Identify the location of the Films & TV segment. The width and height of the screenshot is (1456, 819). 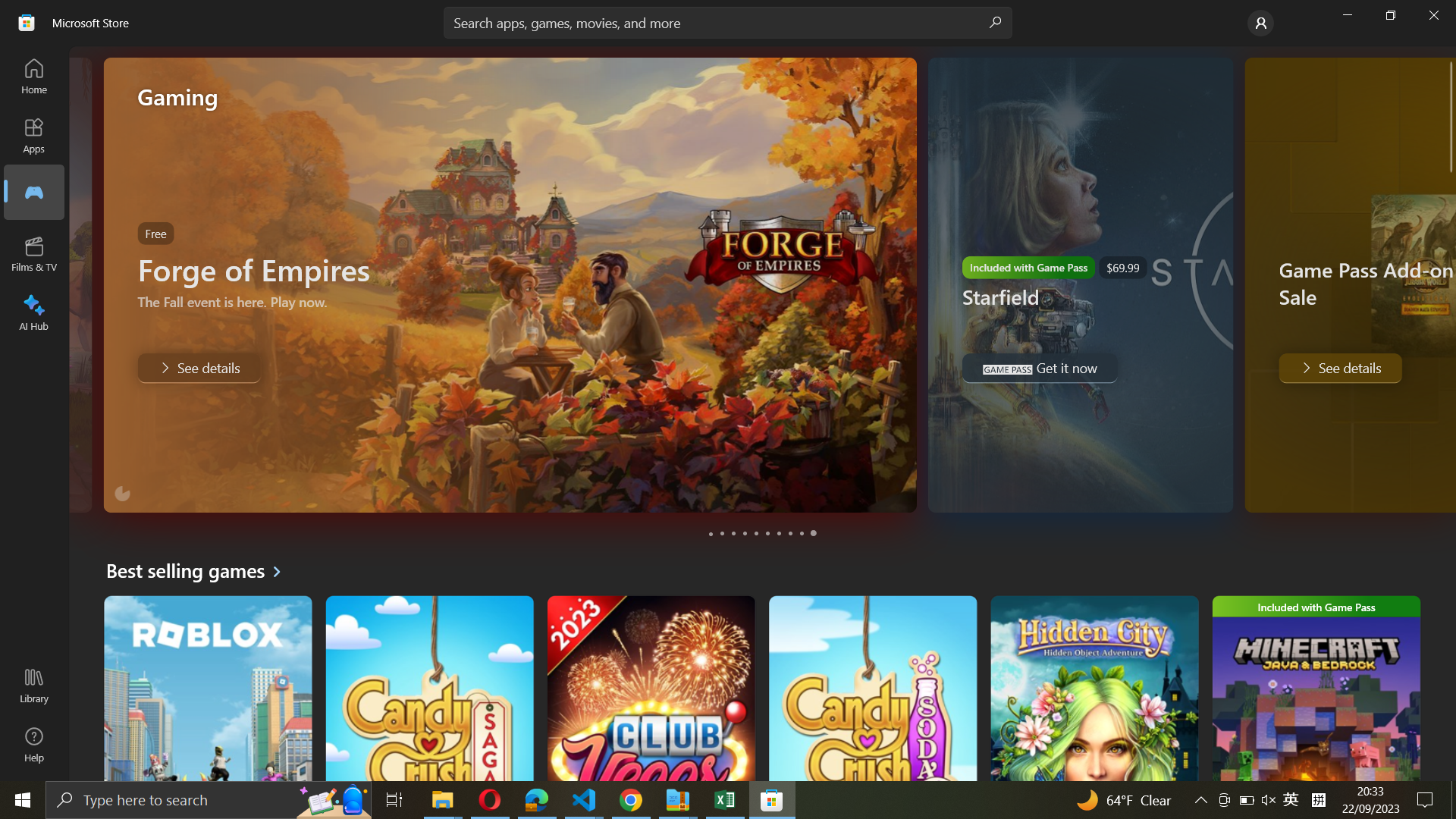
(35, 253).